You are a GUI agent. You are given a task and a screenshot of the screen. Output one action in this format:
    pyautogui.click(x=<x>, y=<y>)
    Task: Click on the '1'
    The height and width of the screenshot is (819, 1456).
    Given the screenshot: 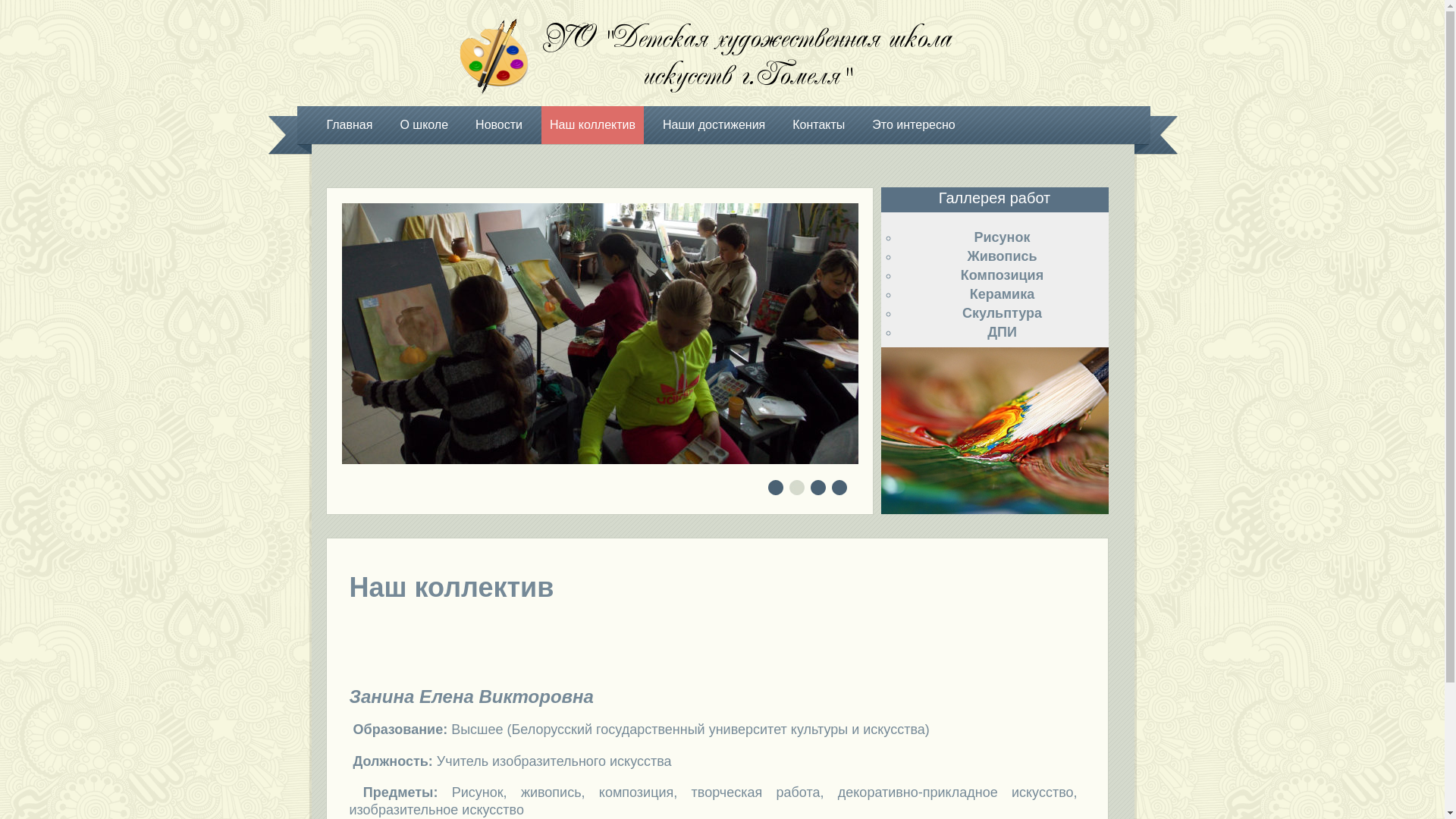 What is the action you would take?
    pyautogui.click(x=776, y=488)
    